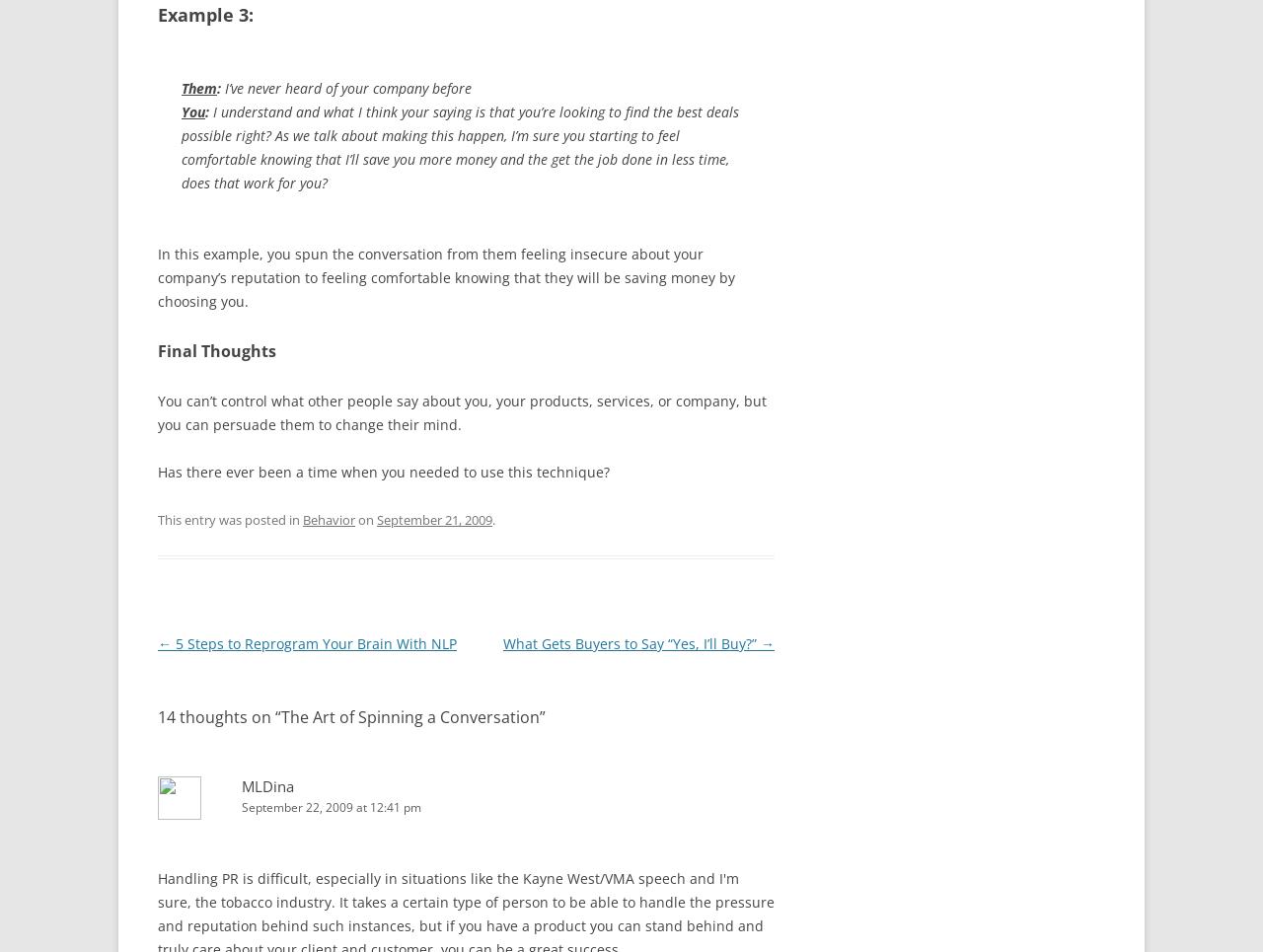 The image size is (1263, 952). Describe the element at coordinates (459, 146) in the screenshot. I see `'I understand and what I think your saying is that you’re looking to find the best deals possible right? As we talk about making this happen, I’m sure you starting to feel comfortable knowing that I’ll save you more money and the get the job done in less time, does that work for you?'` at that location.